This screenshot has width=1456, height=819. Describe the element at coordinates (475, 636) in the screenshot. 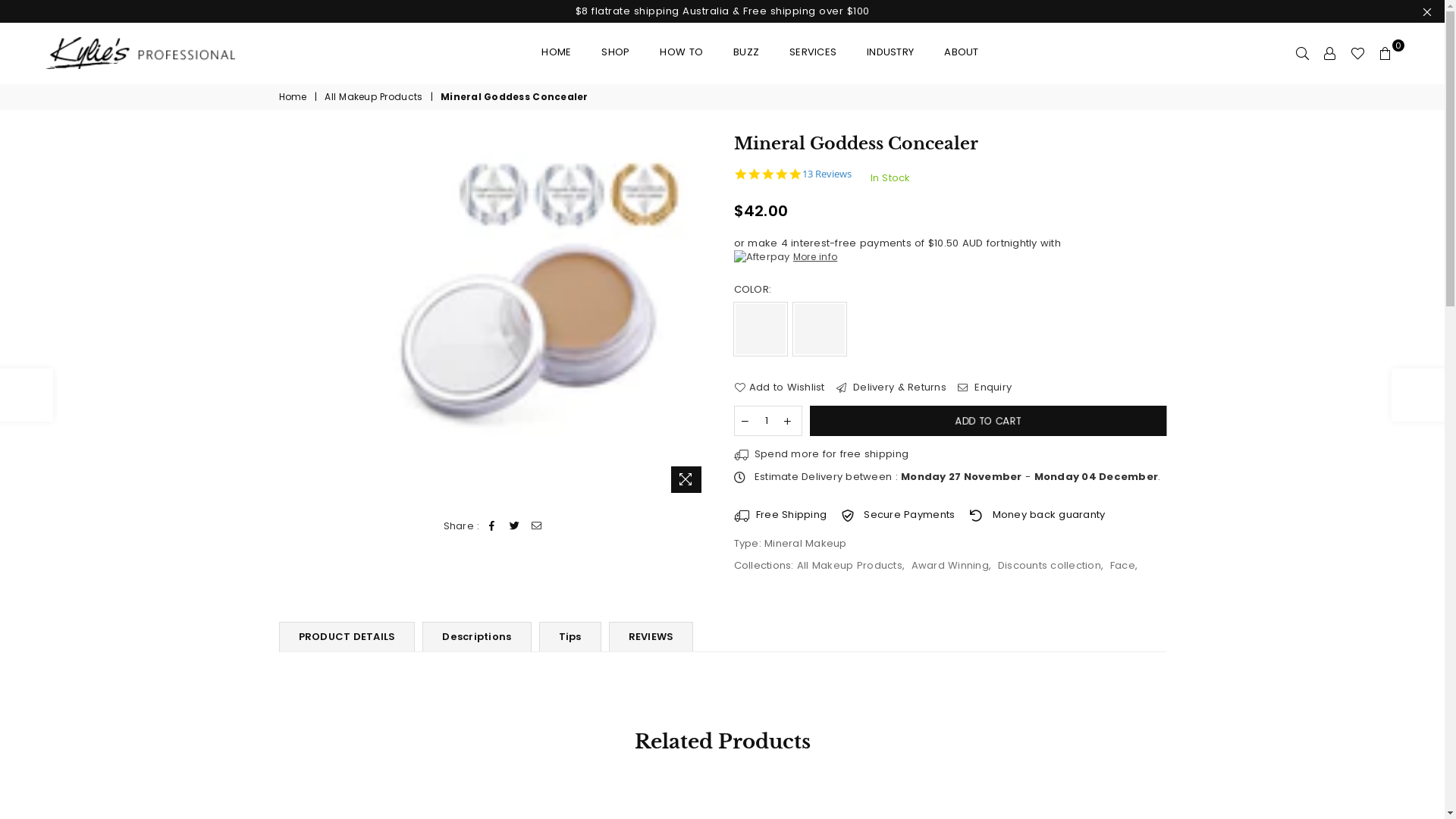

I see `'Descriptions'` at that location.